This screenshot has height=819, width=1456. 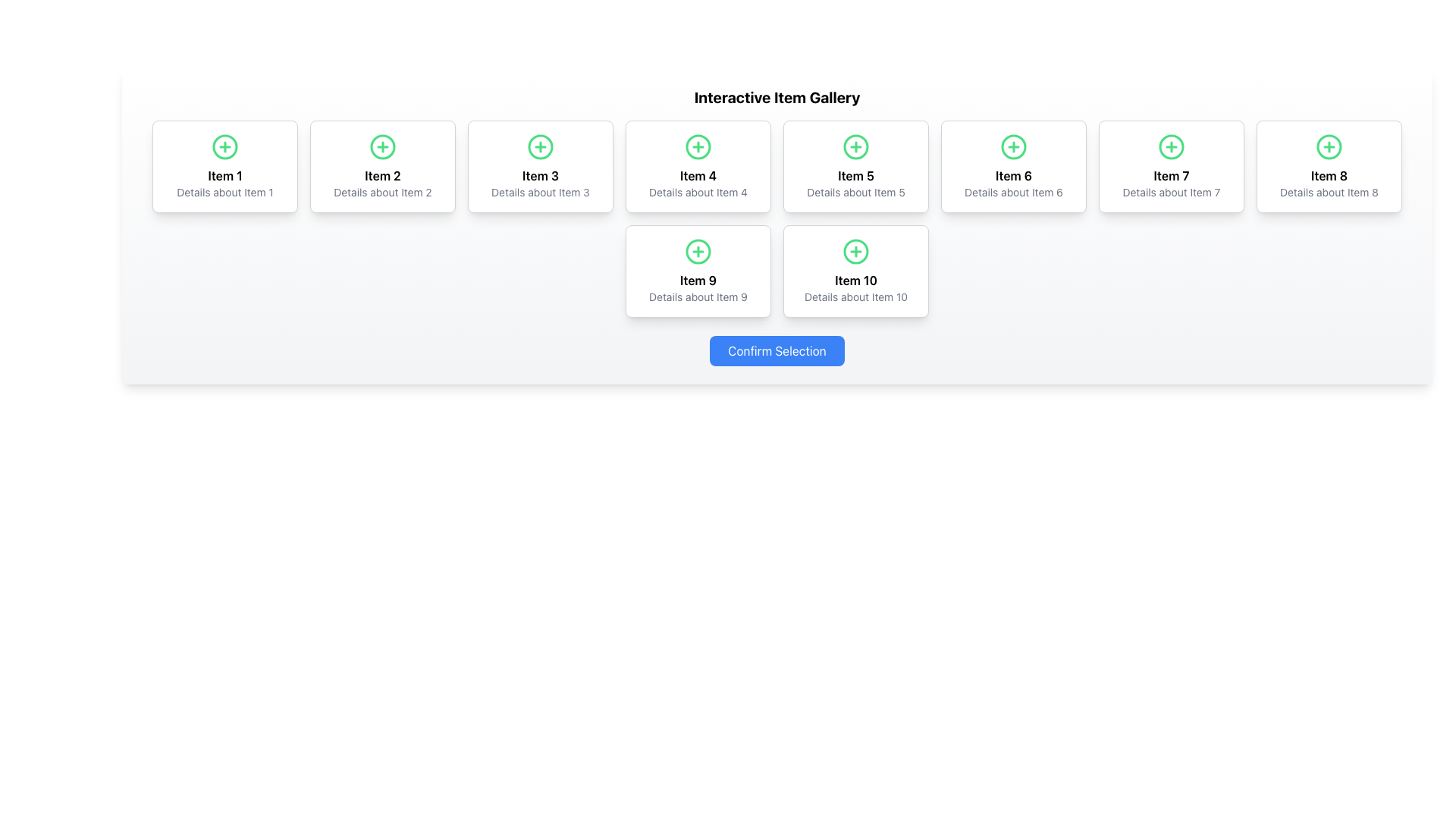 I want to click on the add or select button located at the top of the Item 4 card in the interactive item gallery, so click(x=698, y=146).